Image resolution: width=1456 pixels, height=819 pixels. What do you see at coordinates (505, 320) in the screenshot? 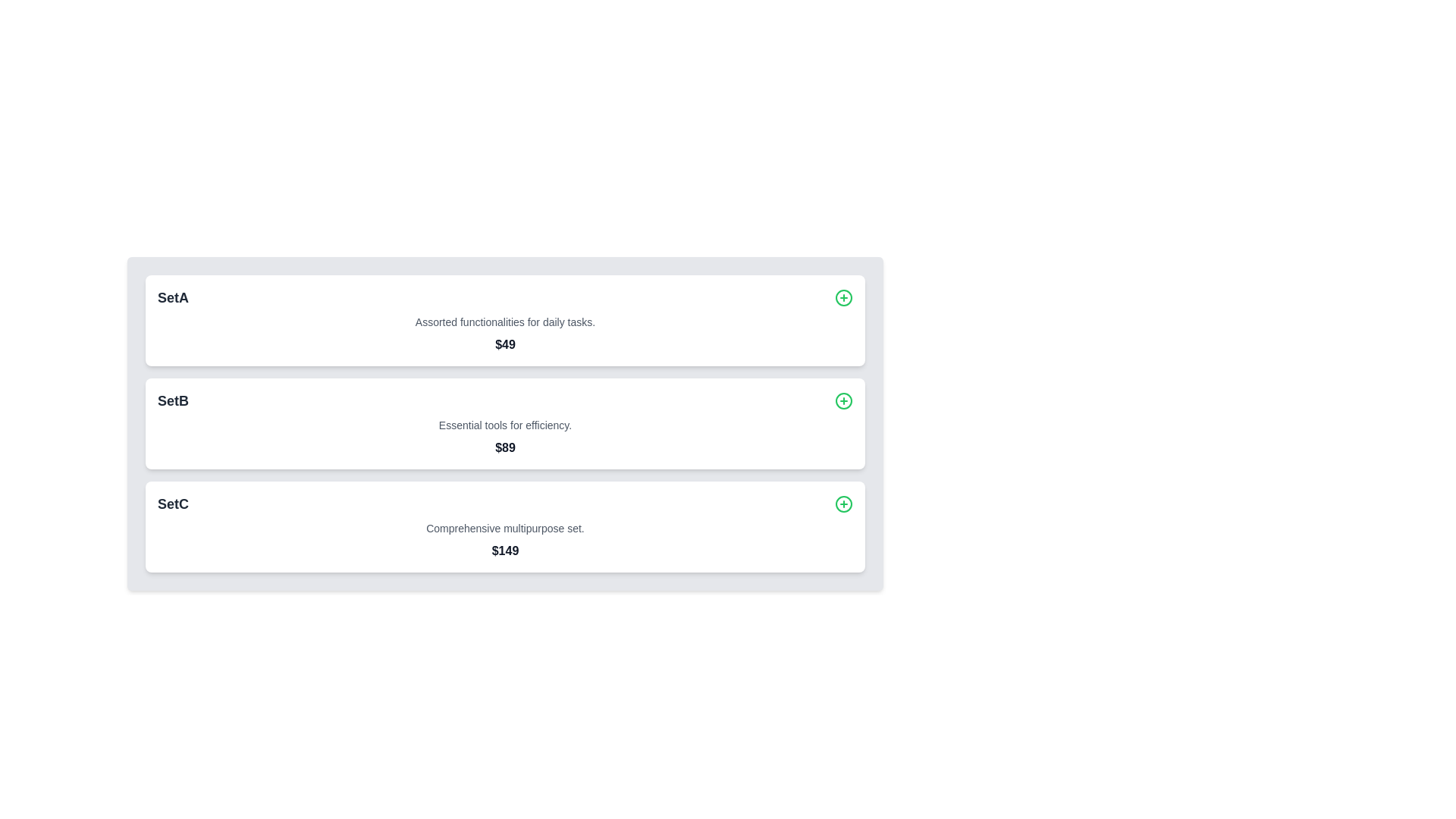
I see `the first Information Card that provides details about product 'SetA', located at the top of a vertical stack of cards` at bounding box center [505, 320].